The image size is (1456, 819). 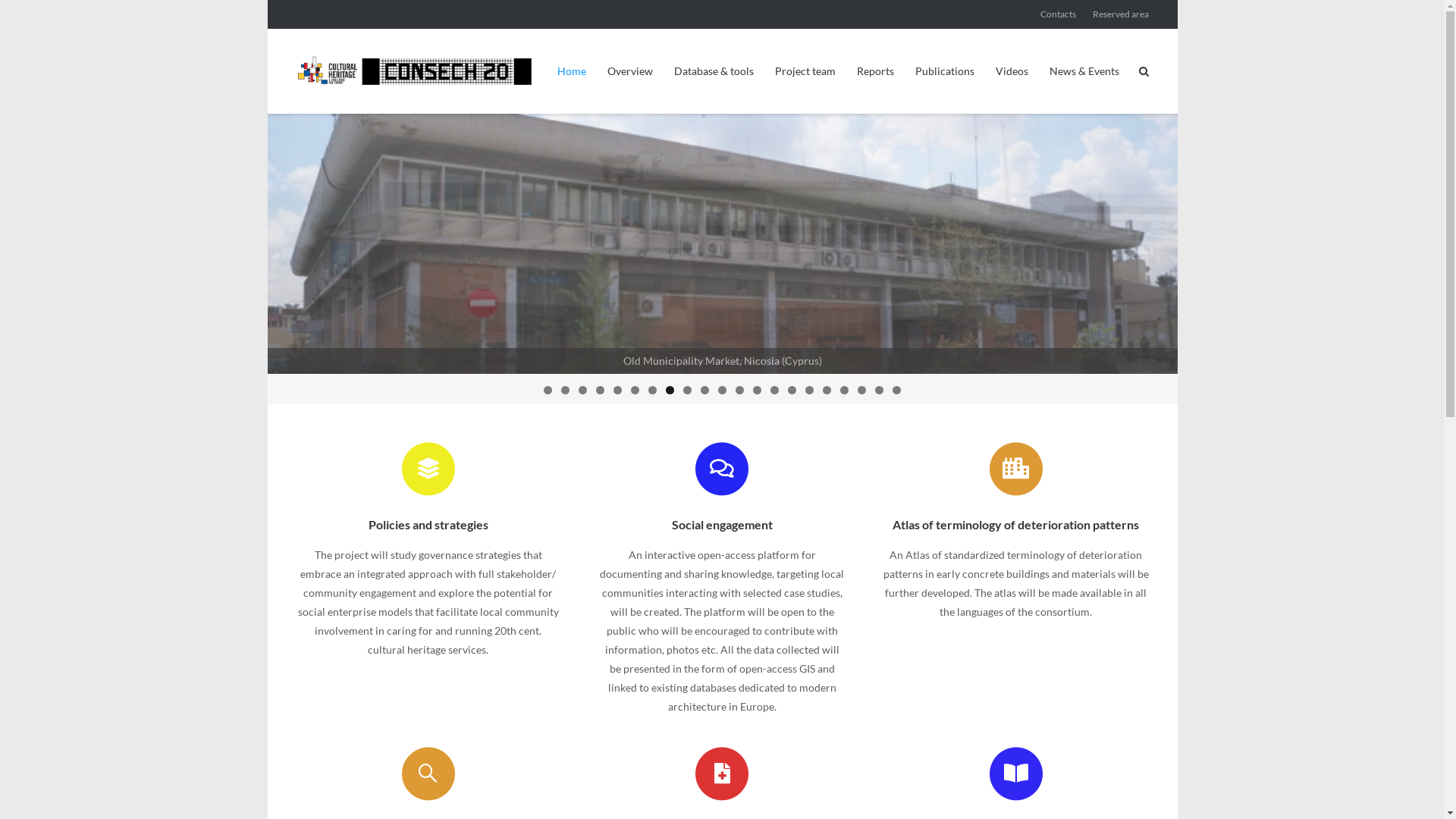 What do you see at coordinates (1040, 14) in the screenshot?
I see `'Contacts'` at bounding box center [1040, 14].